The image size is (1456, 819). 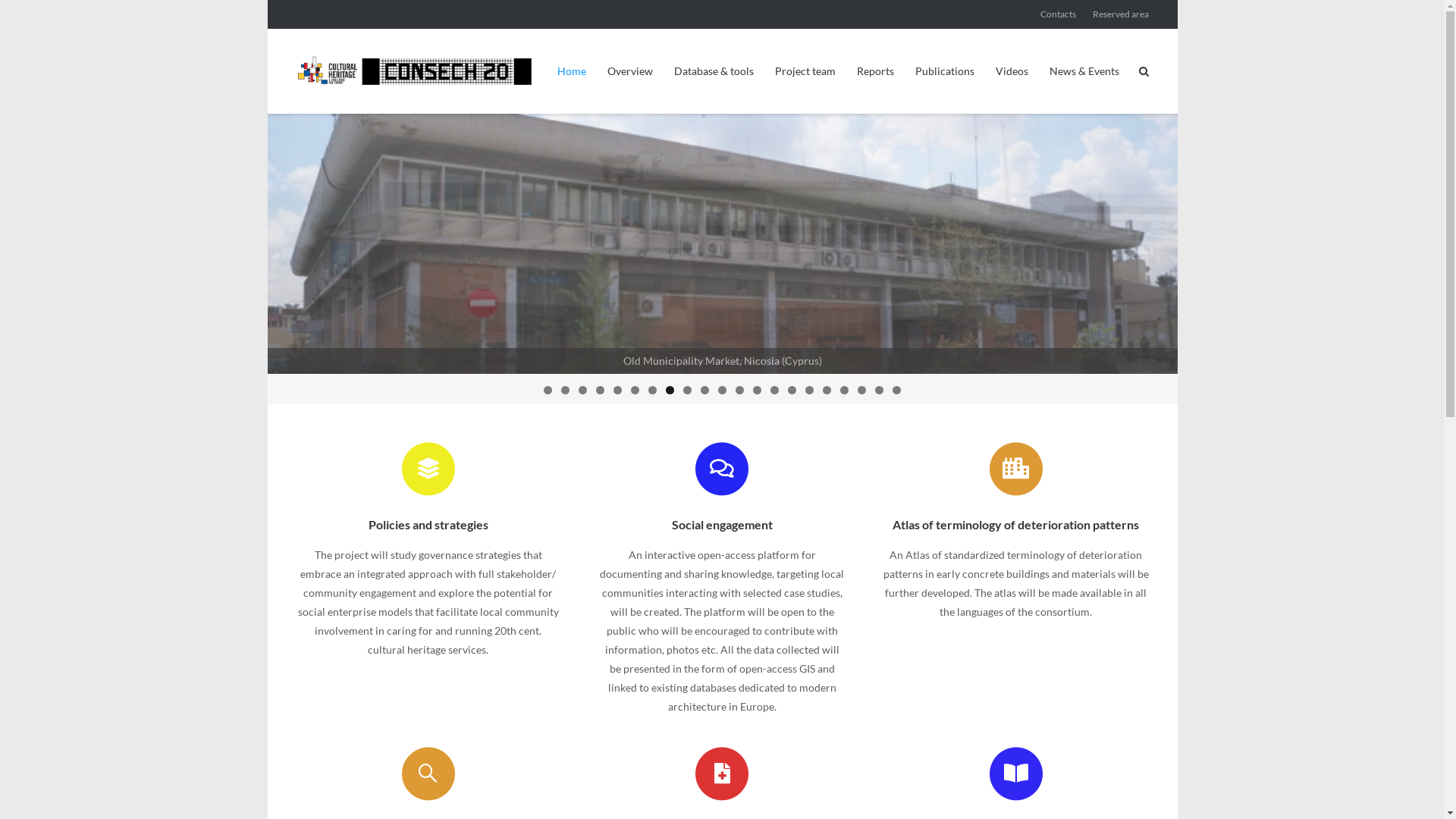 What do you see at coordinates (1040, 14) in the screenshot?
I see `'Contacts'` at bounding box center [1040, 14].